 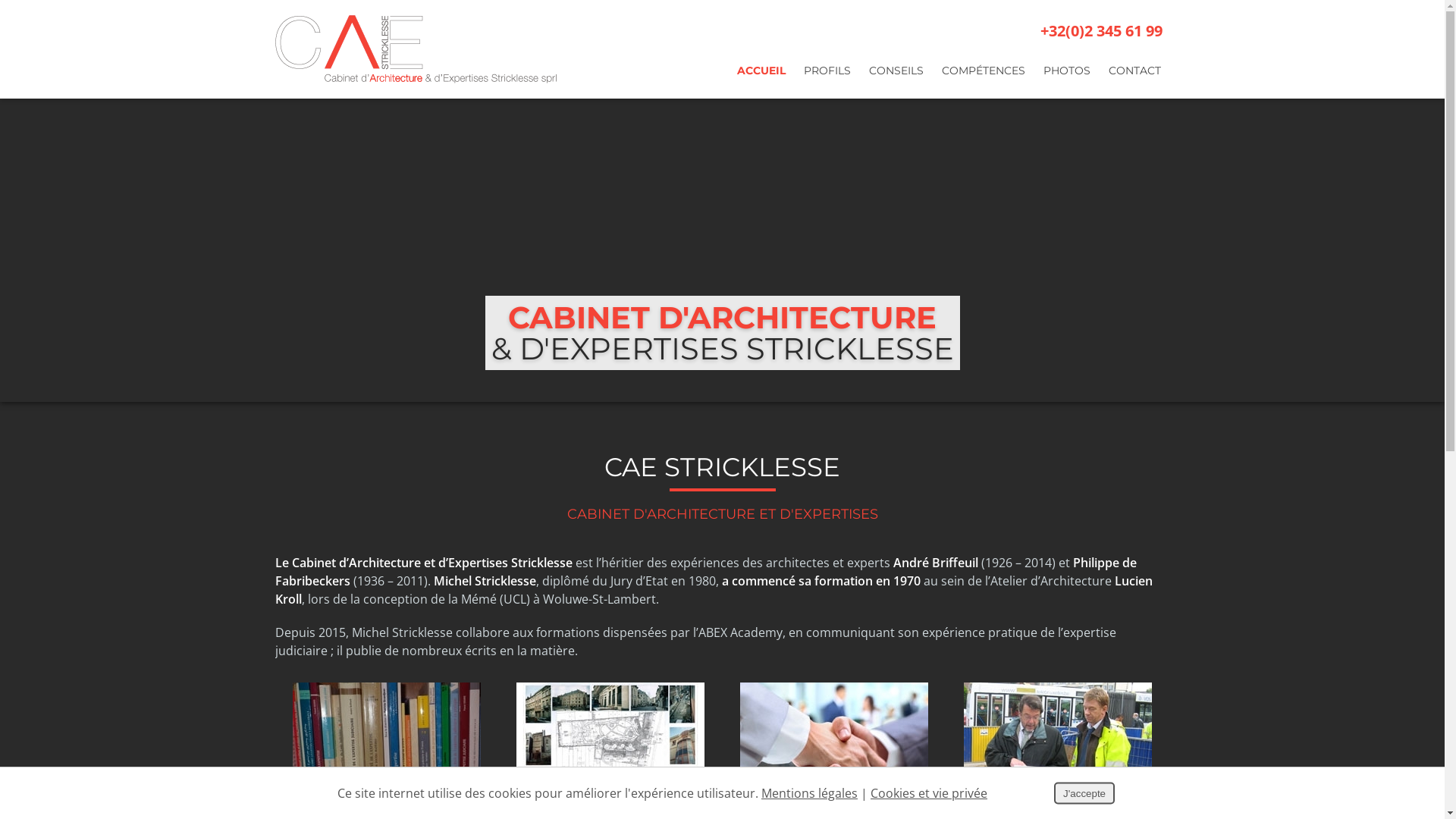 What do you see at coordinates (1418, 447) in the screenshot?
I see `'Partager ce contenu'` at bounding box center [1418, 447].